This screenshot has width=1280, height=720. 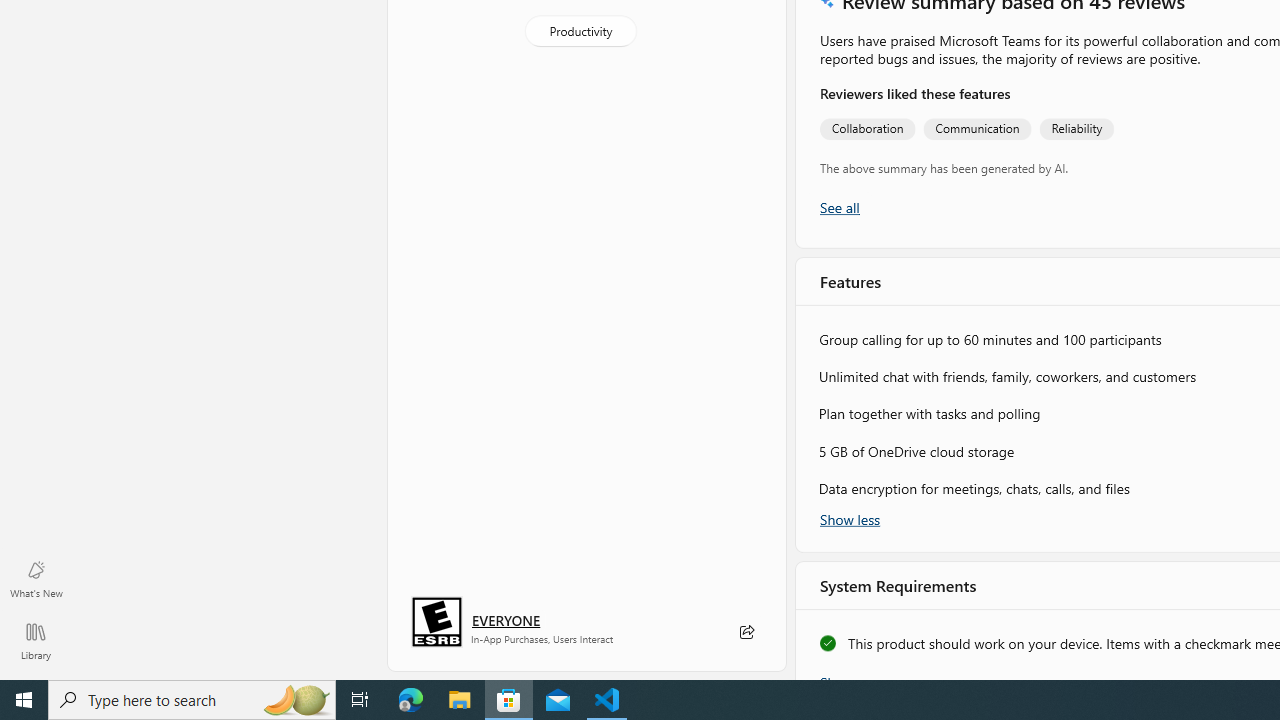 What do you see at coordinates (850, 517) in the screenshot?
I see `'Show less'` at bounding box center [850, 517].